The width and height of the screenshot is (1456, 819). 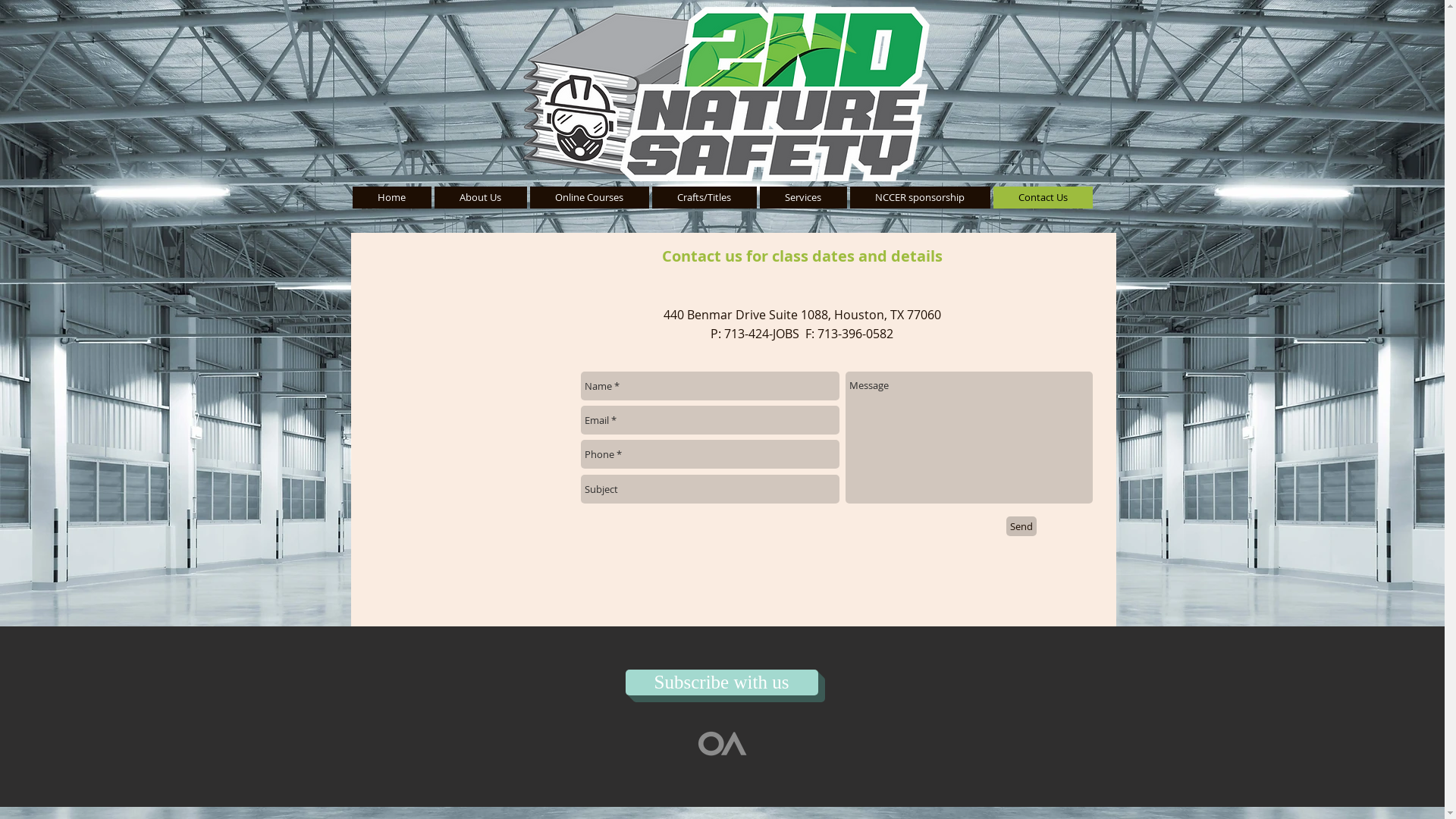 I want to click on 'About Us', so click(x=479, y=196).